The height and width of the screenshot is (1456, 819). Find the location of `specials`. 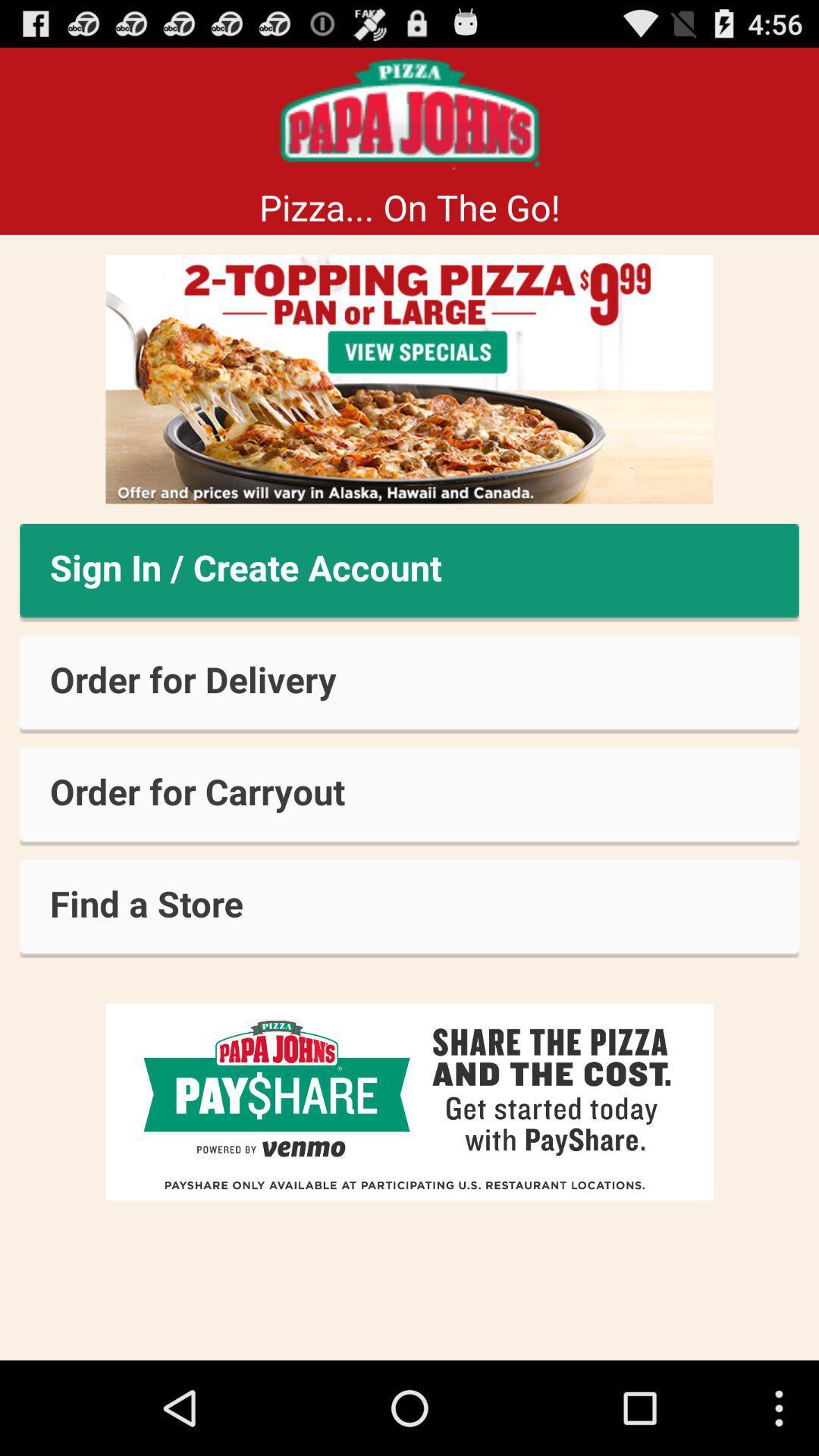

specials is located at coordinates (409, 379).